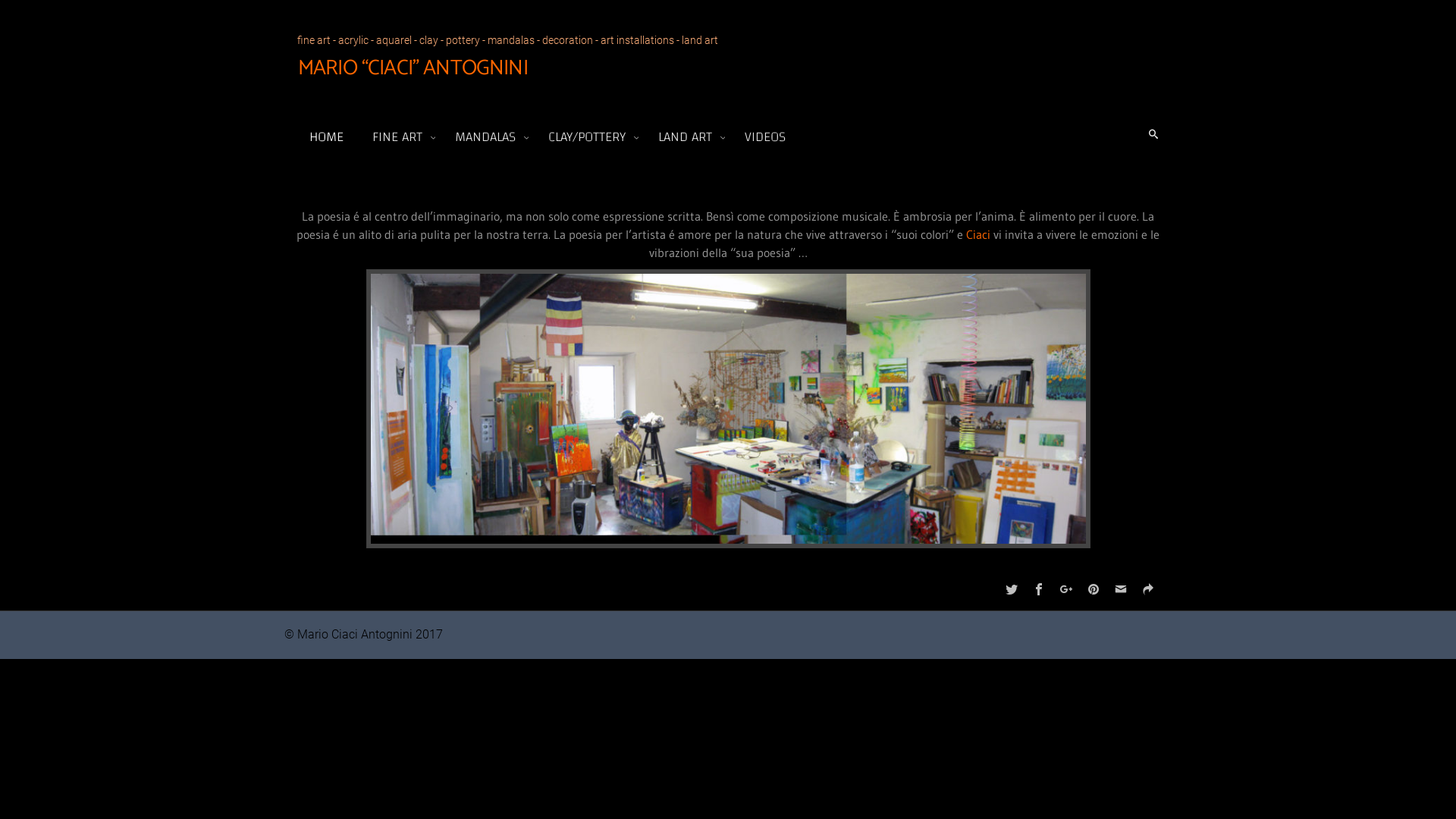  What do you see at coordinates (687, 136) in the screenshot?
I see `'LAND ART'` at bounding box center [687, 136].